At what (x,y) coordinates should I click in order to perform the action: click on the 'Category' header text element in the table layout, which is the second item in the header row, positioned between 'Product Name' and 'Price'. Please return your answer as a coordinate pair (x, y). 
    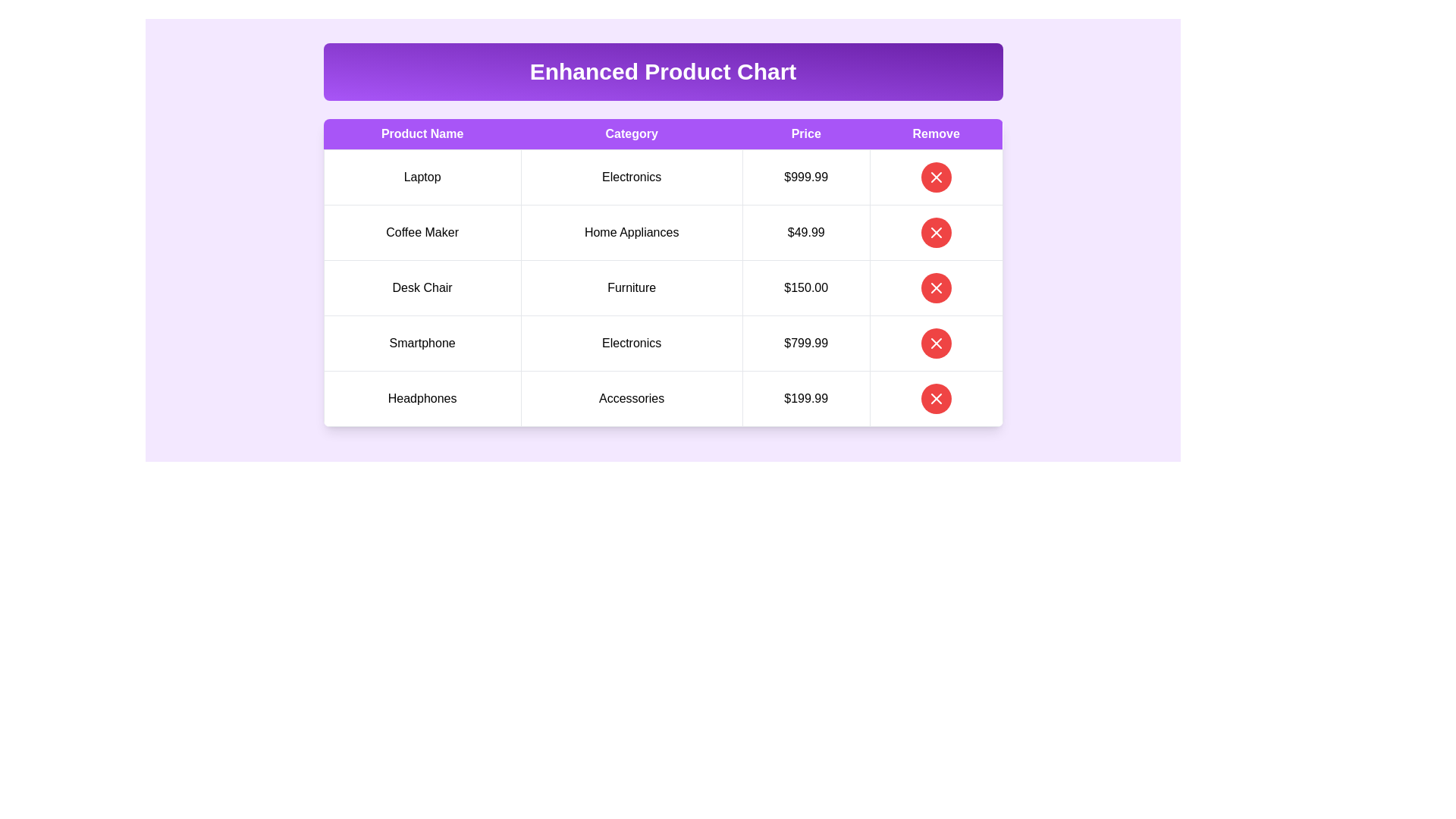
    Looking at the image, I should click on (632, 133).